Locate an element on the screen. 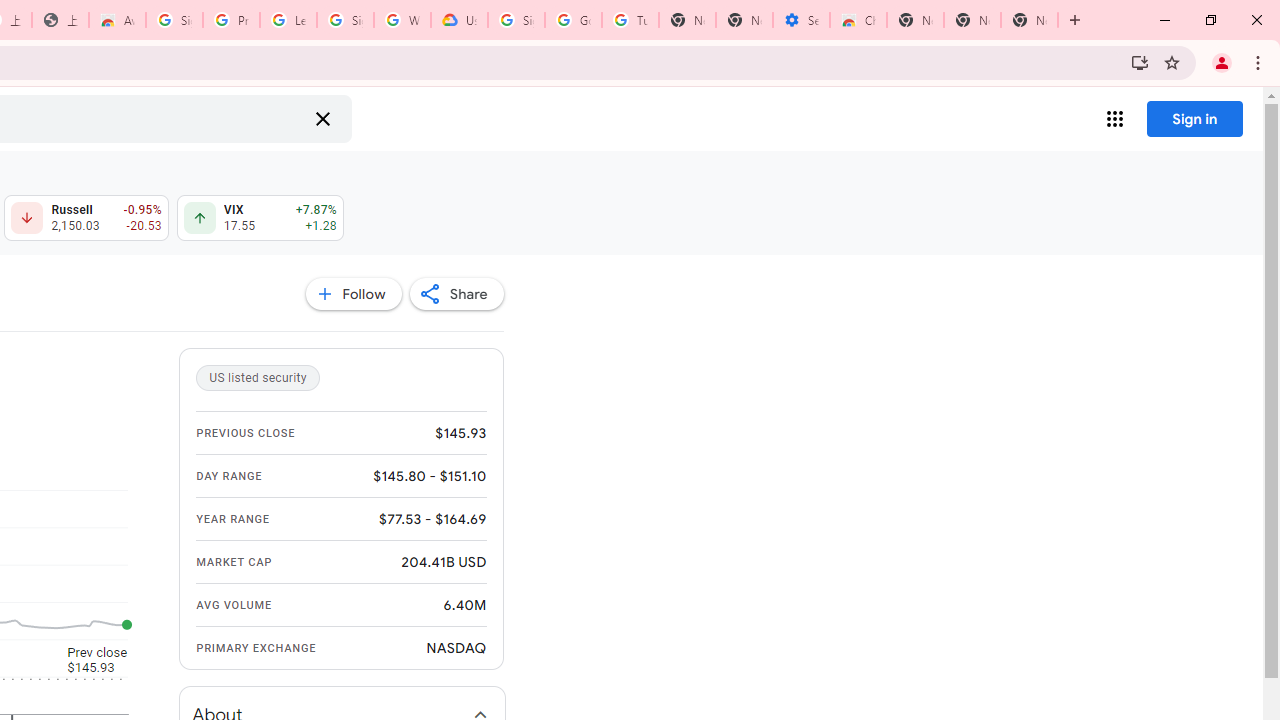 The width and height of the screenshot is (1280, 720). 'Google Account Help' is located at coordinates (572, 20).